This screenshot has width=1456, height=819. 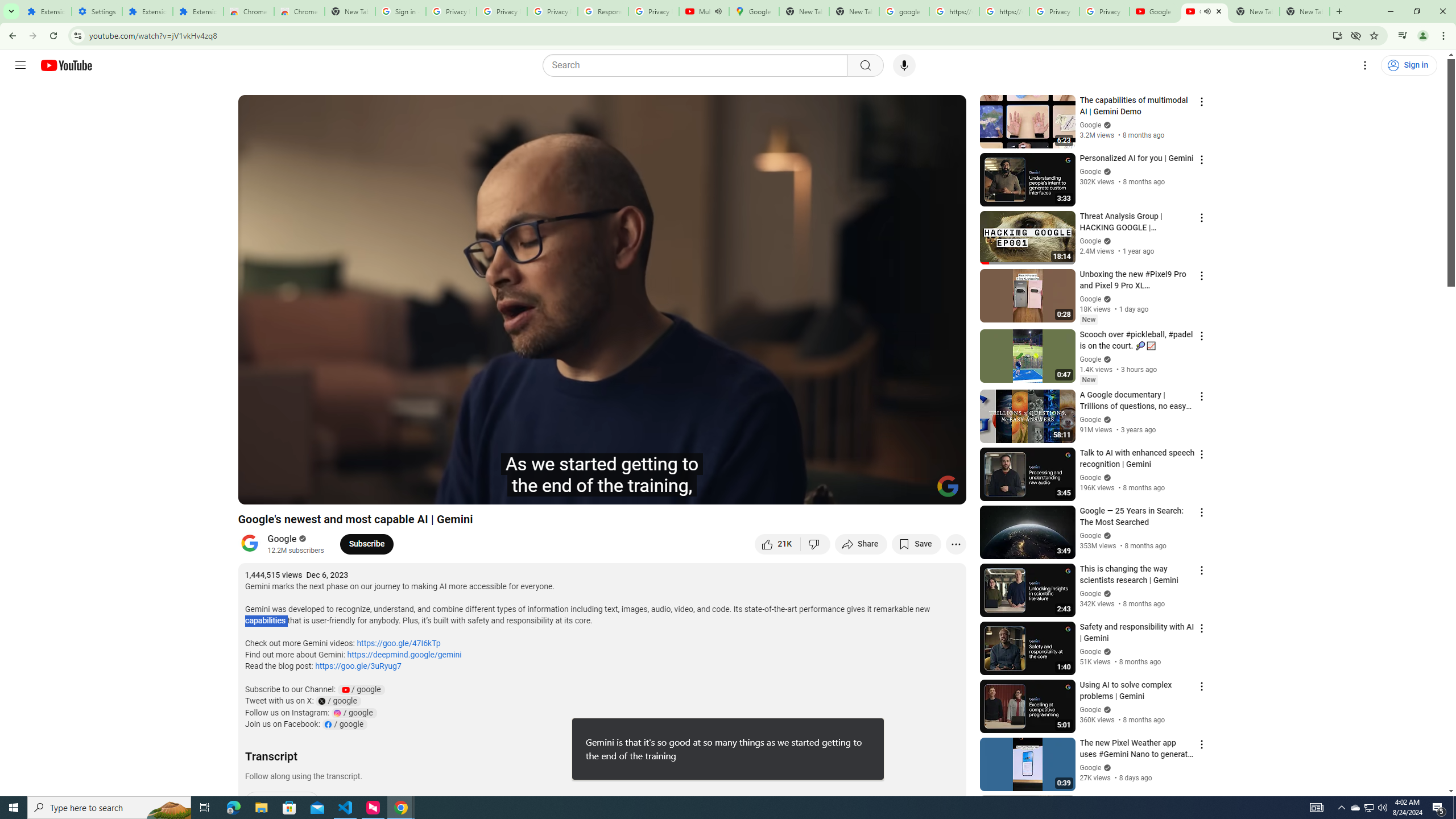 I want to click on 'Share', so click(x=861, y=543).